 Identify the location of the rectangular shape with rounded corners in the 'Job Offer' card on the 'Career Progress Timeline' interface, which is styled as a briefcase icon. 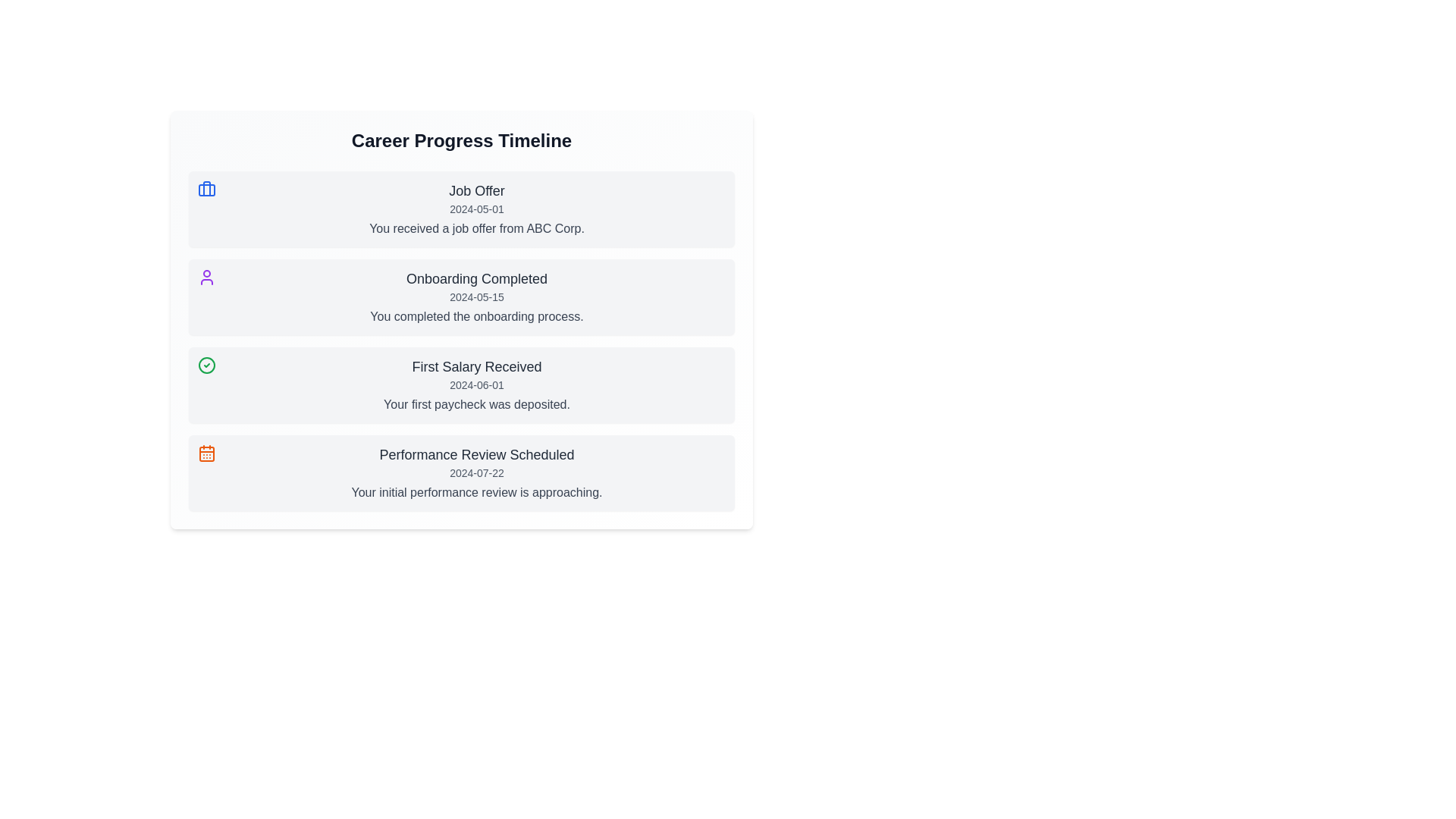
(206, 189).